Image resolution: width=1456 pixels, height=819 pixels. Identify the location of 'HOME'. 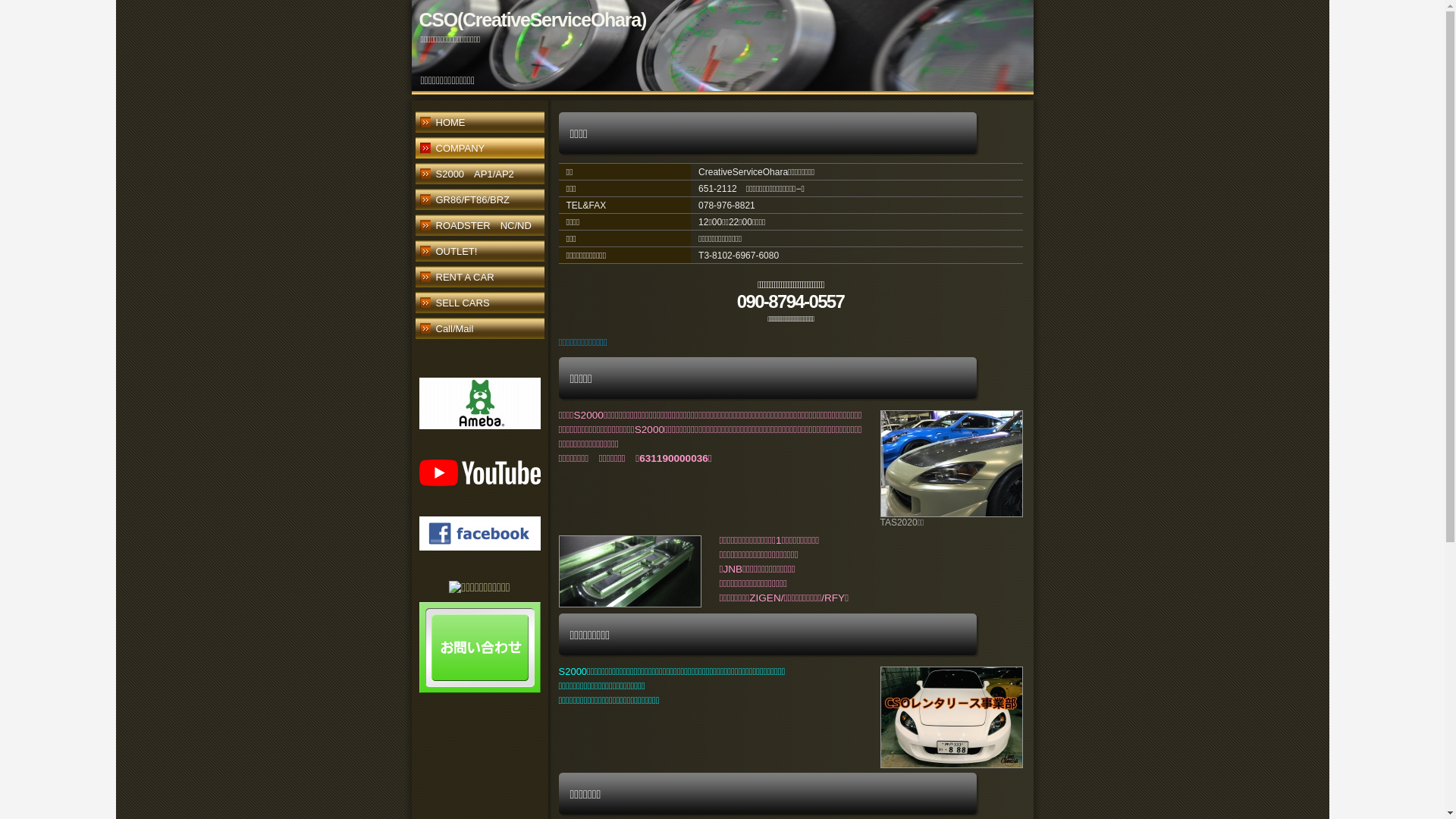
(479, 124).